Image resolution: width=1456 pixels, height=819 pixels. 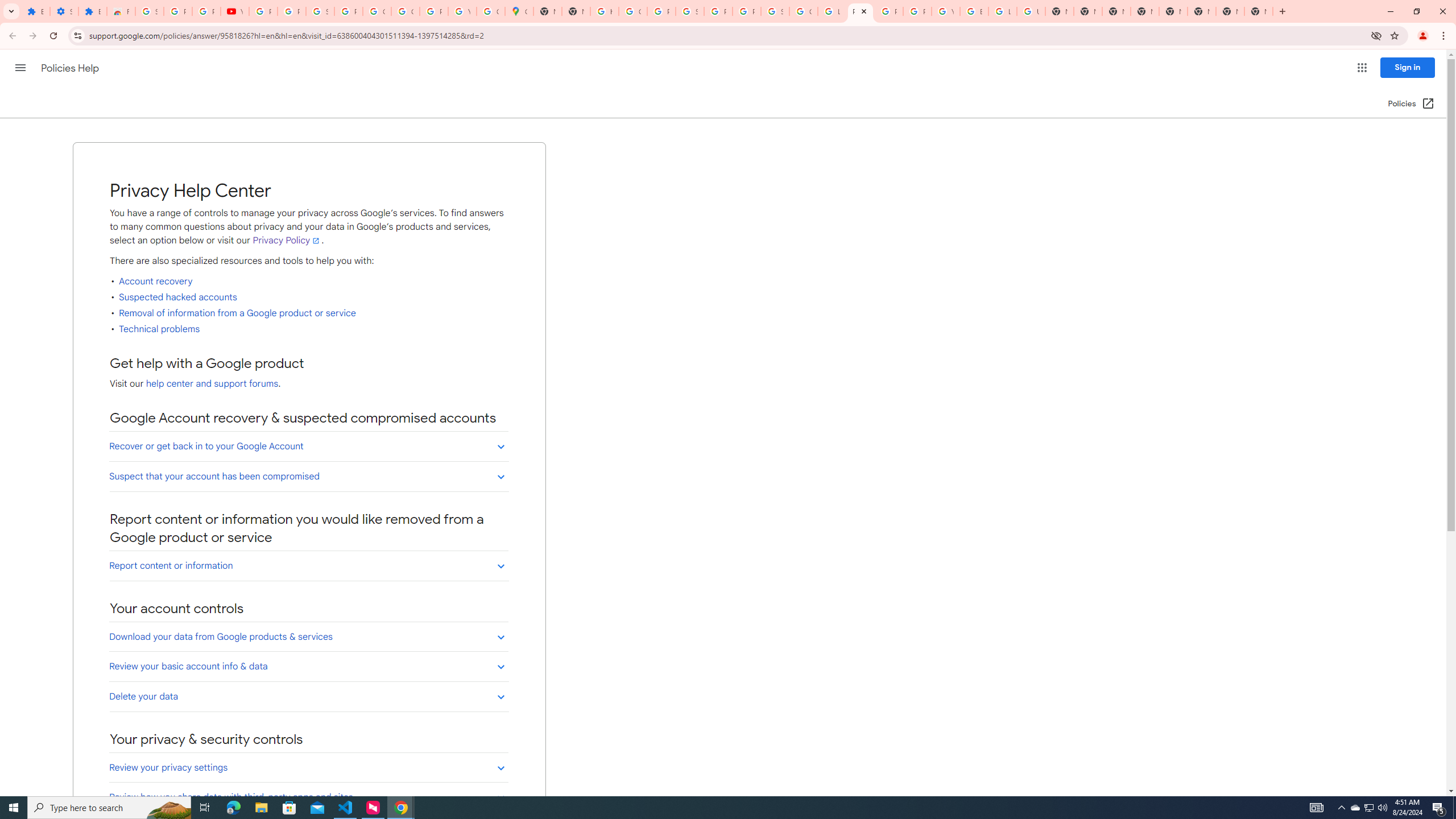 What do you see at coordinates (308, 696) in the screenshot?
I see `'Delete your data'` at bounding box center [308, 696].